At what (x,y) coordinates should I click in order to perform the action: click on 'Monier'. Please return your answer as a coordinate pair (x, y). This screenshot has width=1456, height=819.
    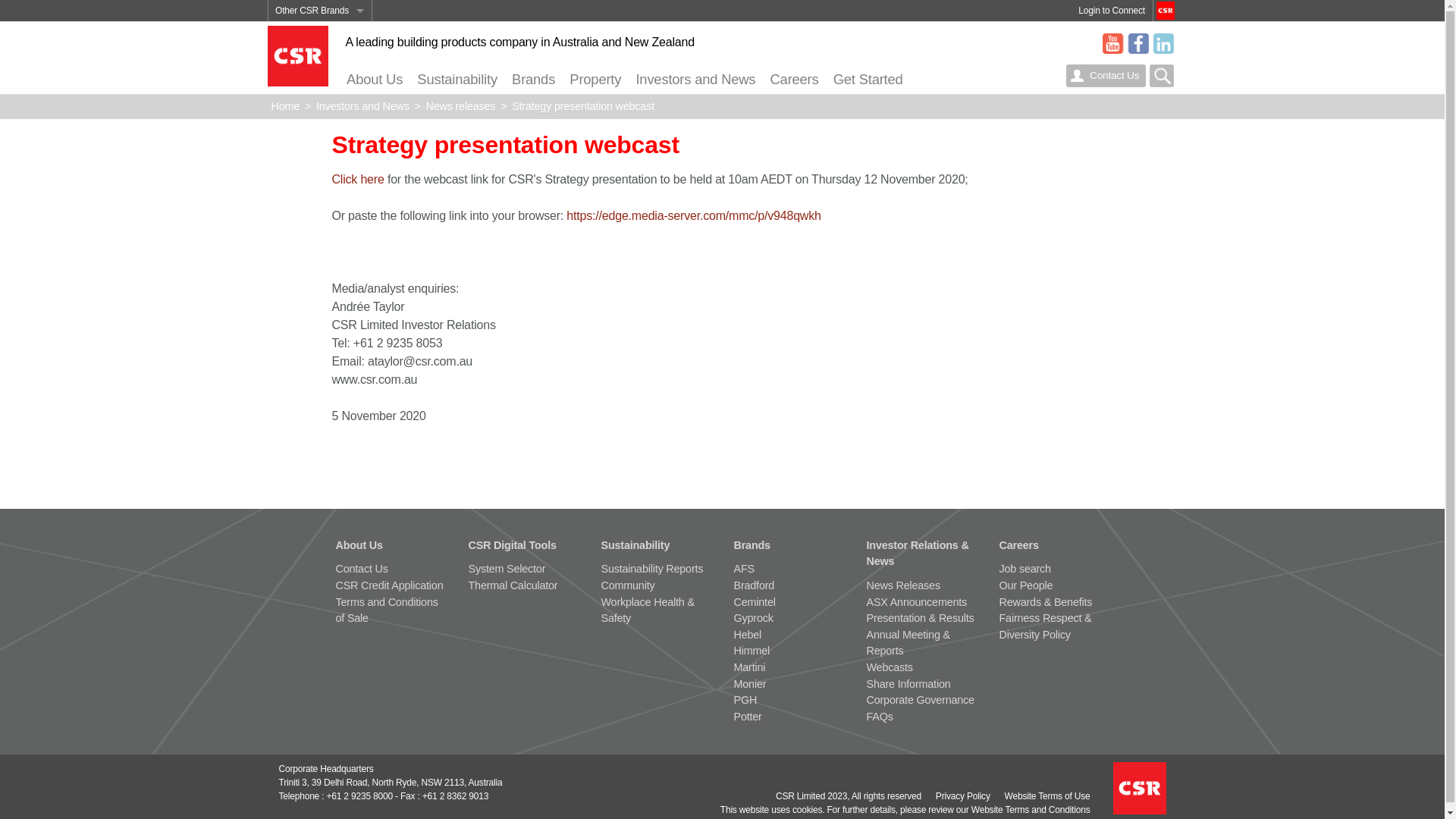
    Looking at the image, I should click on (750, 684).